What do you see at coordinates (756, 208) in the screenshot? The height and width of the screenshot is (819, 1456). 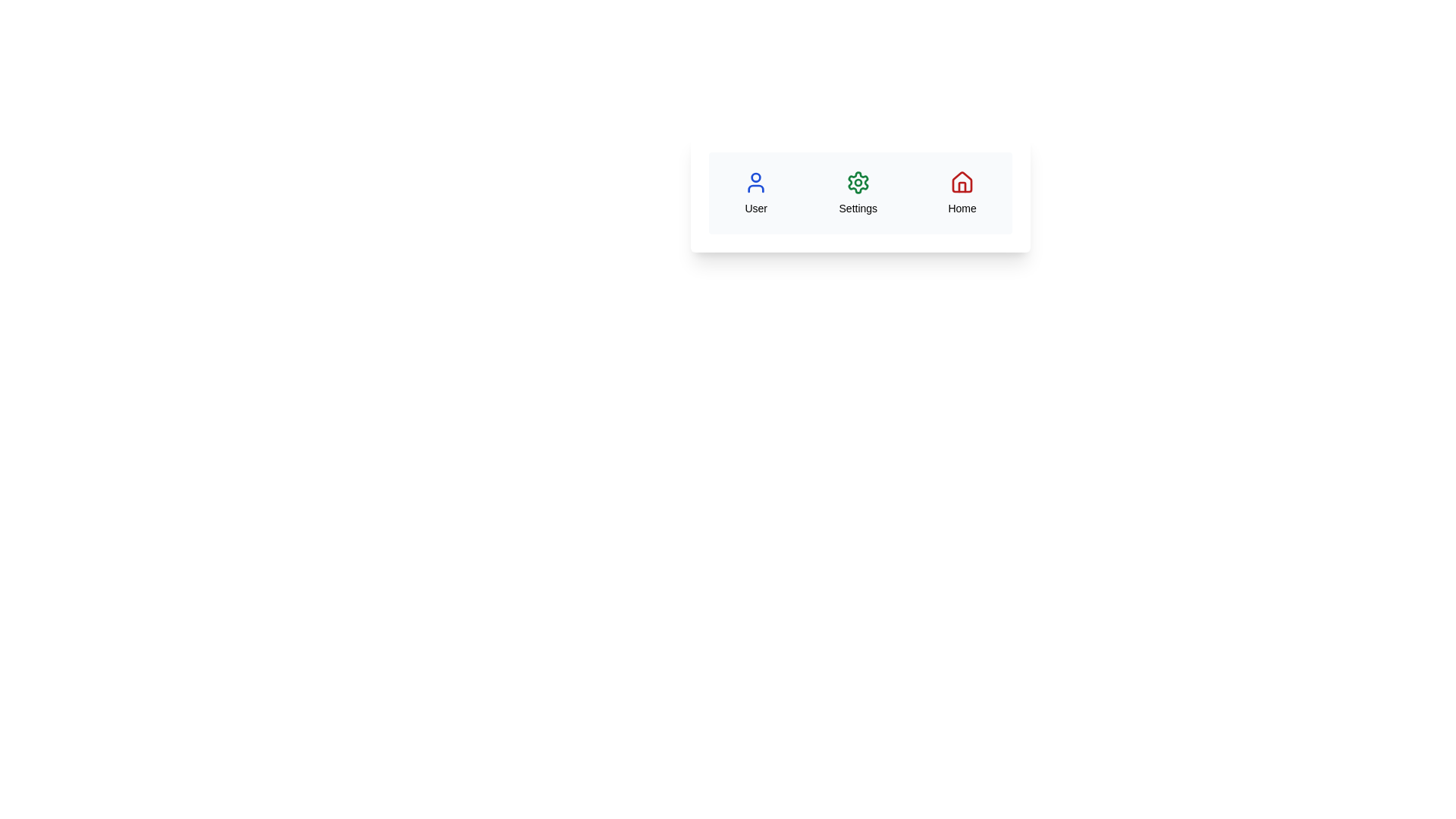 I see `the label displaying the word 'User', which is located beneath a user profile icon in a vertically stacked layout` at bounding box center [756, 208].